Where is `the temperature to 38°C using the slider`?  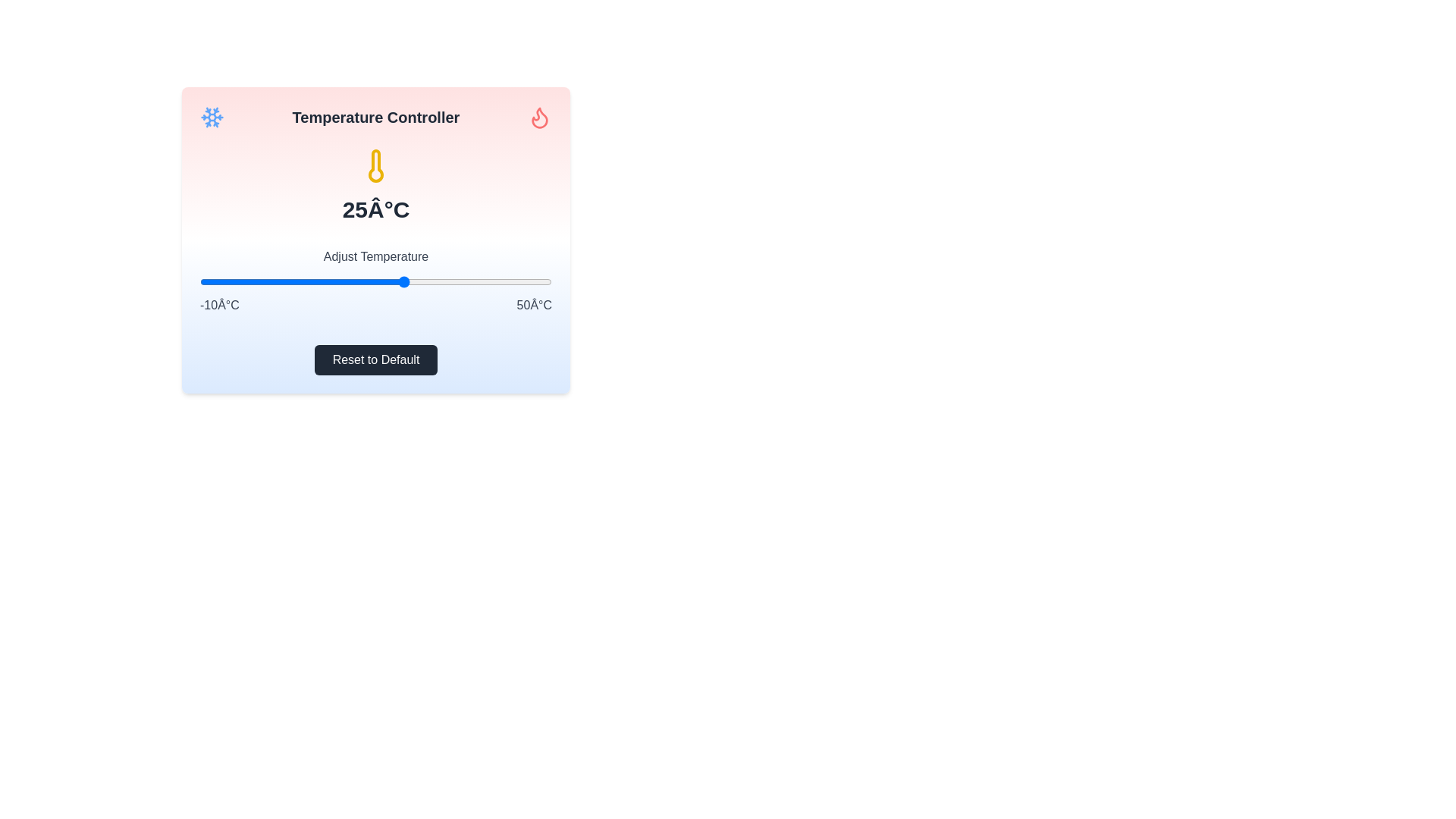 the temperature to 38°C using the slider is located at coordinates (481, 281).